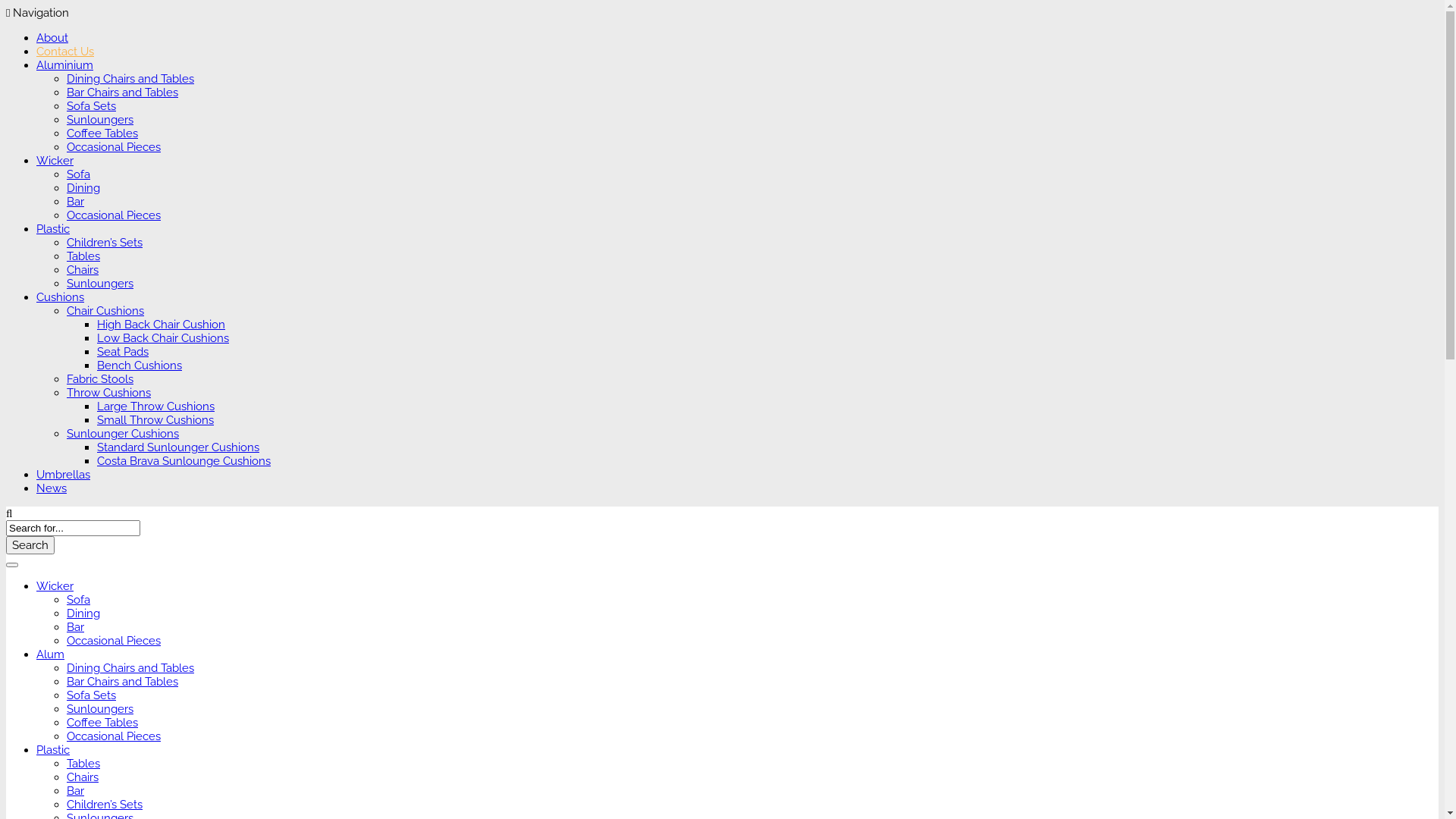 This screenshot has height=819, width=1456. Describe the element at coordinates (62, 473) in the screenshot. I see `'Umbrellas'` at that location.